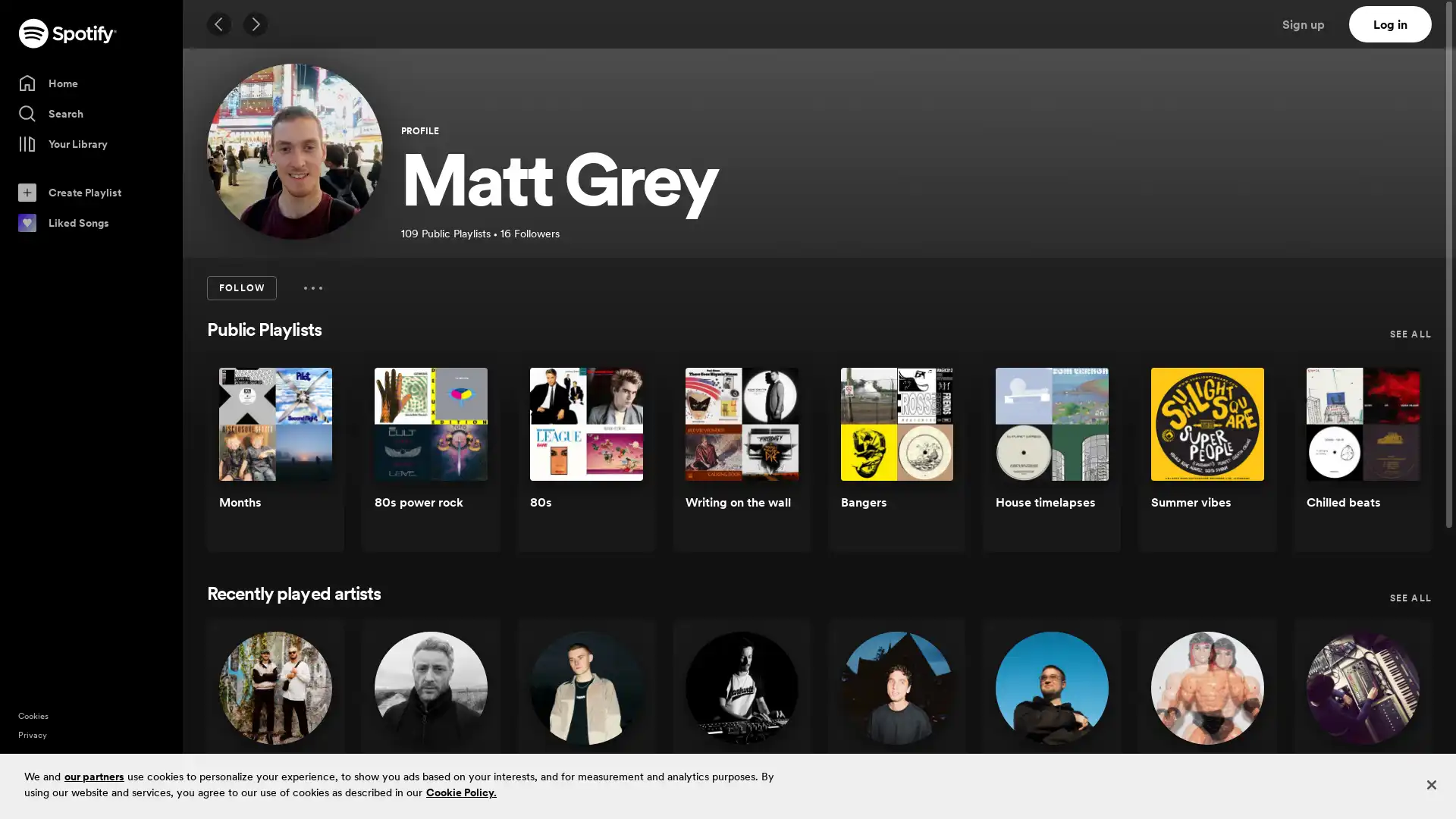 This screenshot has width=1456, height=819. Describe the element at coordinates (306, 724) in the screenshot. I see `Play 2XM` at that location.